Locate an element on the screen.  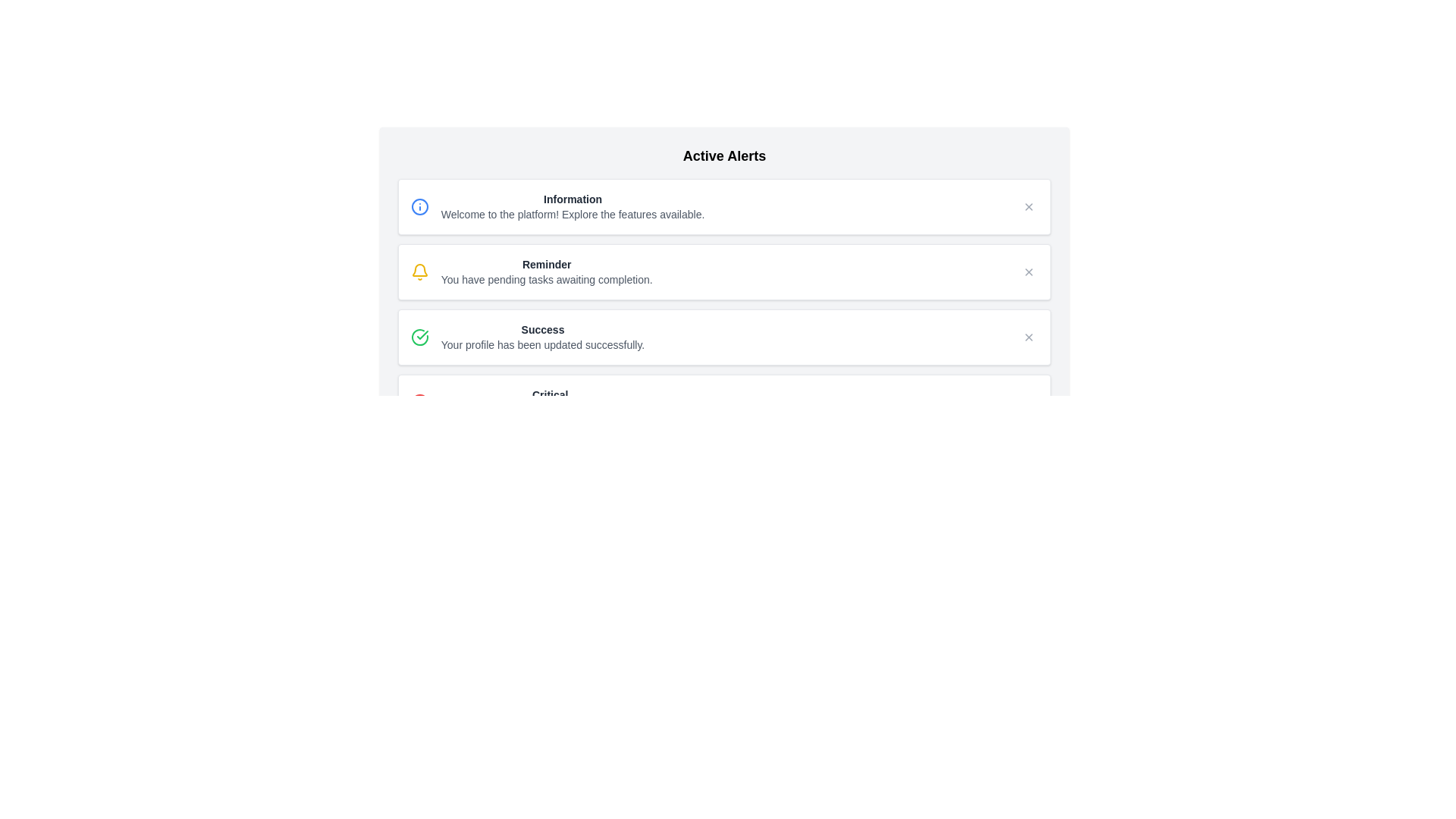
the dismiss button with a small 'X' icon located to the right of the alert box to change its color from gray to black is located at coordinates (1029, 271).